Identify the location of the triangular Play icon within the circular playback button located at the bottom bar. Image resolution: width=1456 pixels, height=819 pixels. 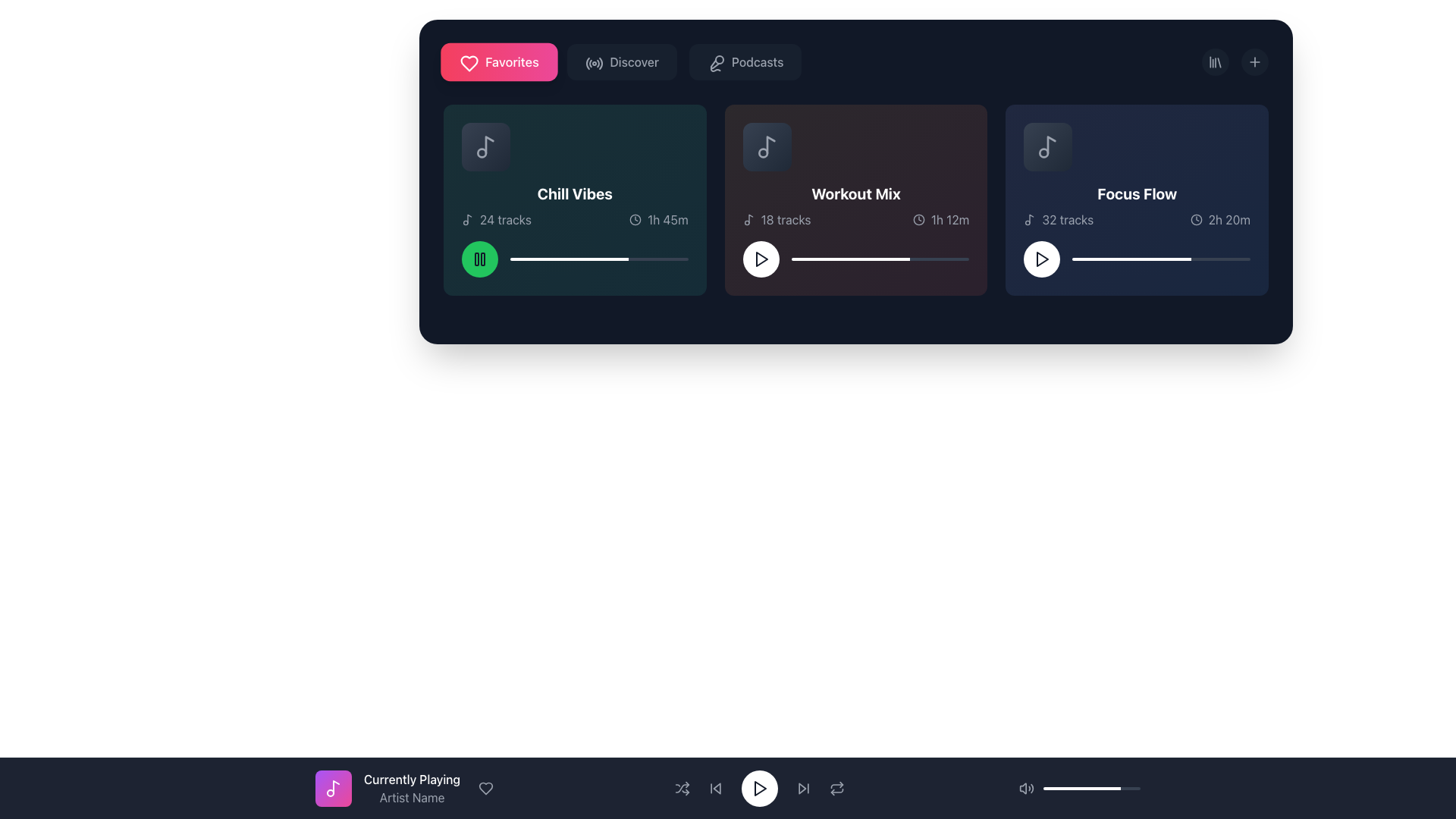
(760, 788).